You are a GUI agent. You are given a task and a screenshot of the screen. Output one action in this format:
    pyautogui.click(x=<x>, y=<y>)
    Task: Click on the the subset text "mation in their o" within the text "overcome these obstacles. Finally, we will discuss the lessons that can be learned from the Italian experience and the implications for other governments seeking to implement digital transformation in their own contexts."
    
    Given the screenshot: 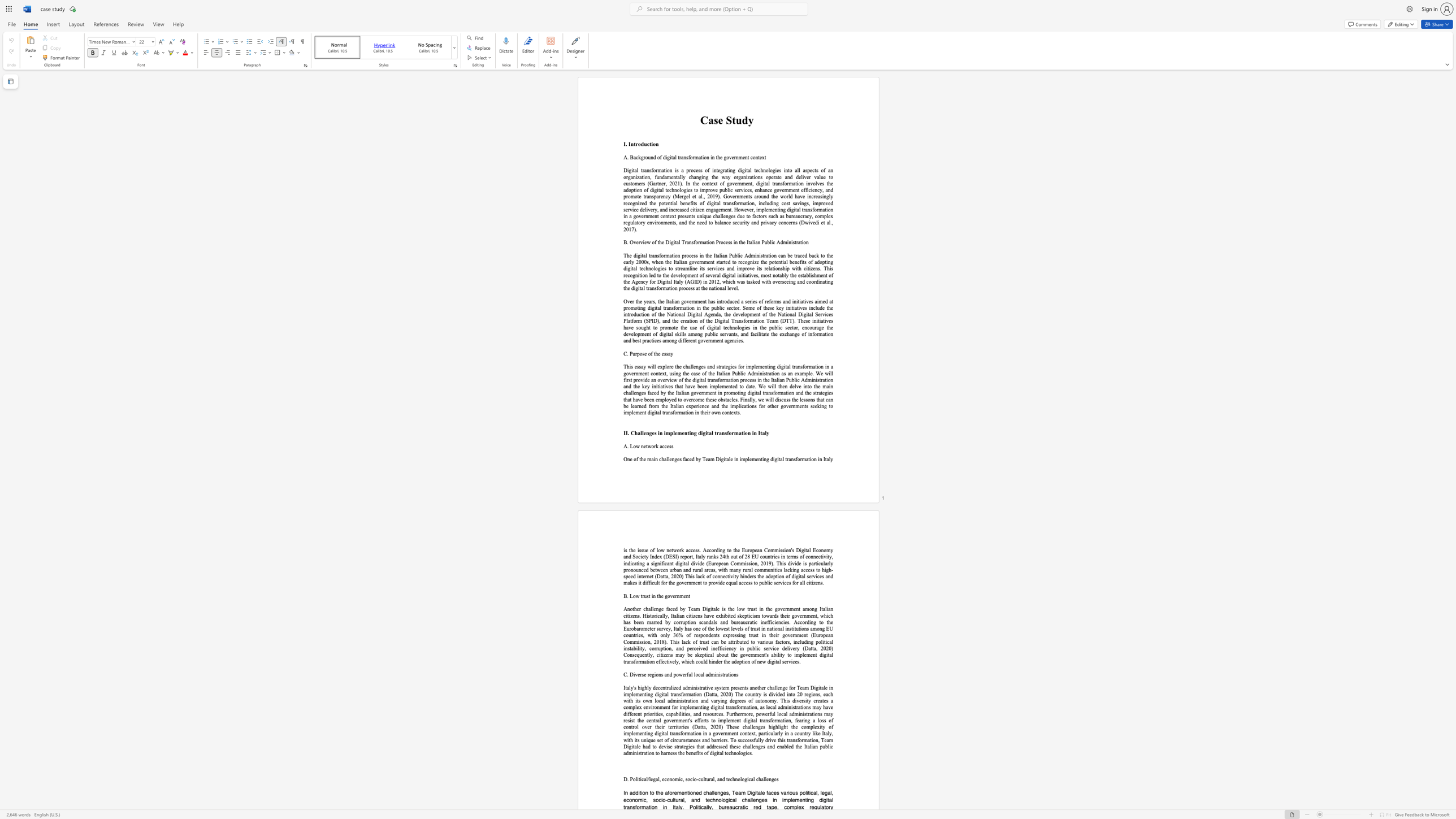 What is the action you would take?
    pyautogui.click(x=678, y=412)
    